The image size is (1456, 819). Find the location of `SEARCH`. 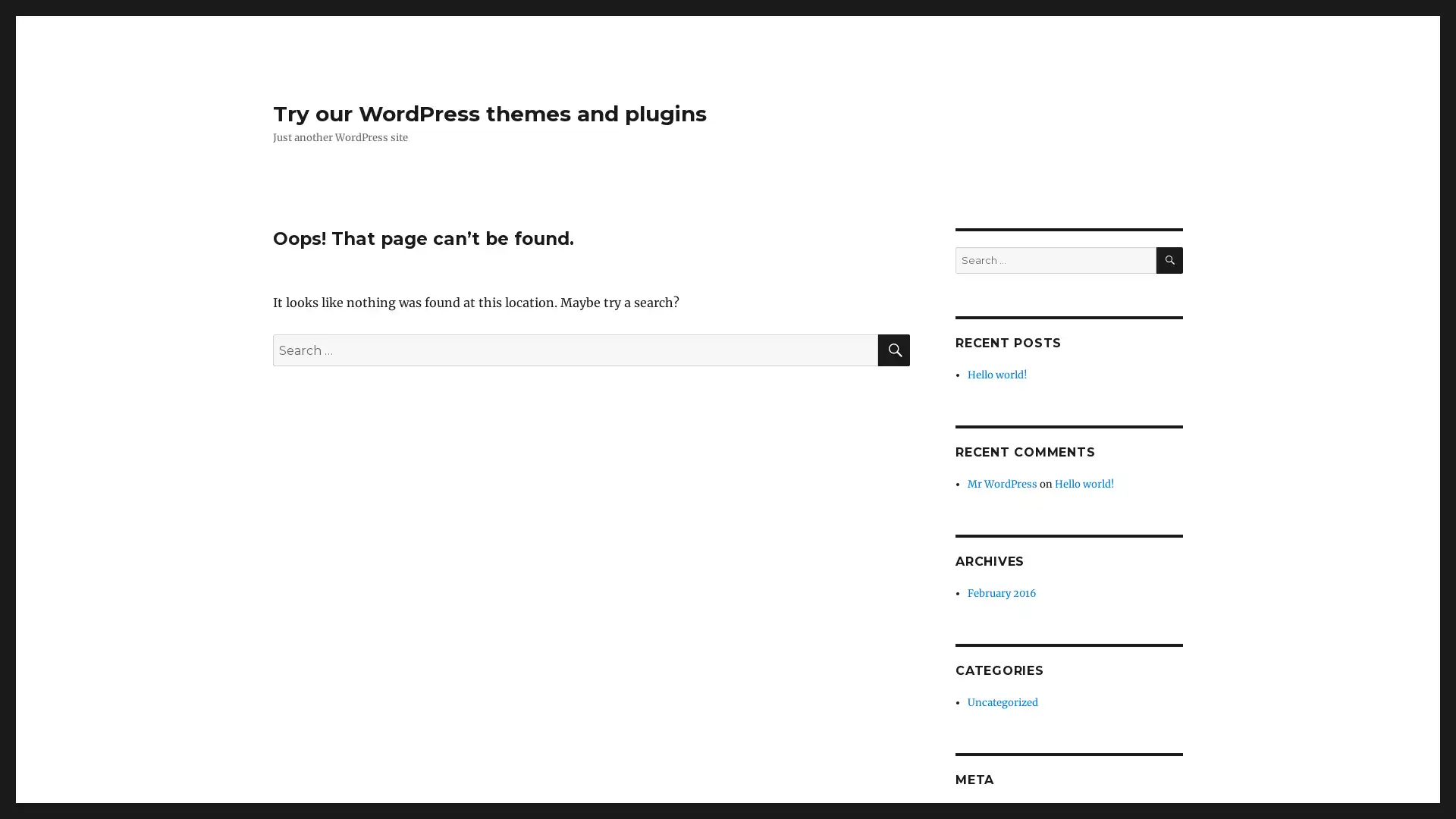

SEARCH is located at coordinates (894, 350).